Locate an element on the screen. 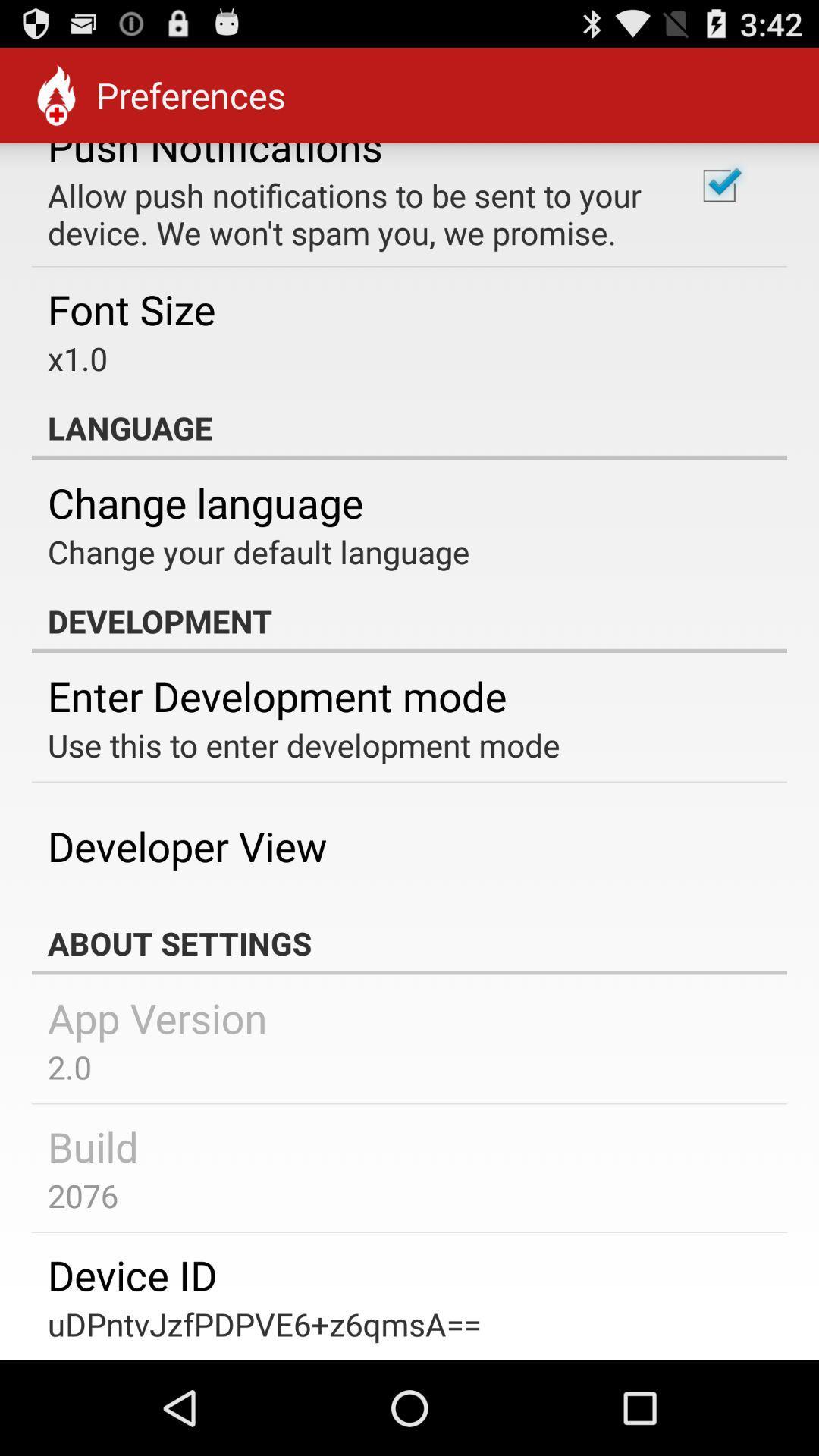  icon below device id is located at coordinates (264, 1323).